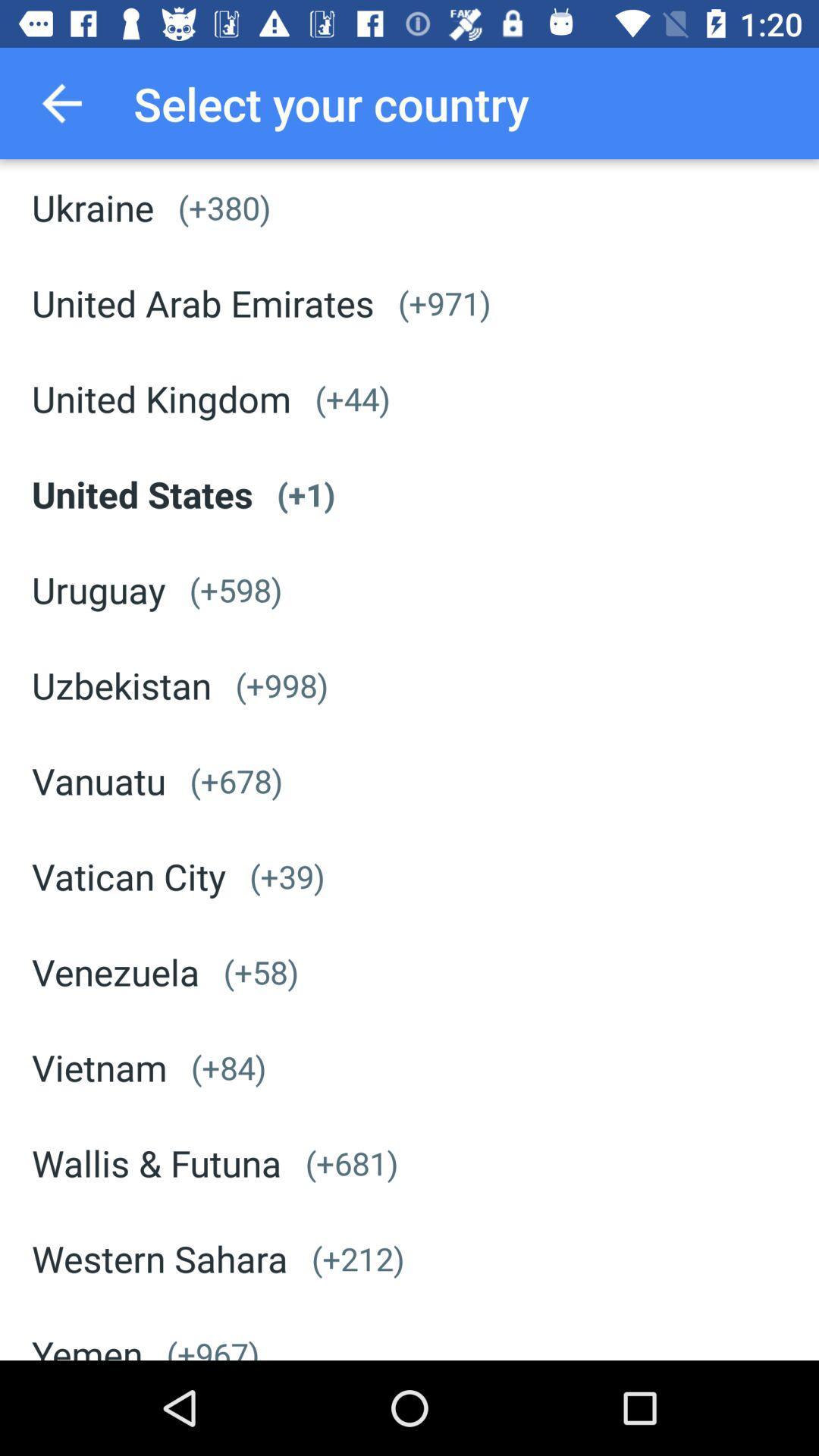 The image size is (819, 1456). Describe the element at coordinates (127, 876) in the screenshot. I see `app above venezuela item` at that location.